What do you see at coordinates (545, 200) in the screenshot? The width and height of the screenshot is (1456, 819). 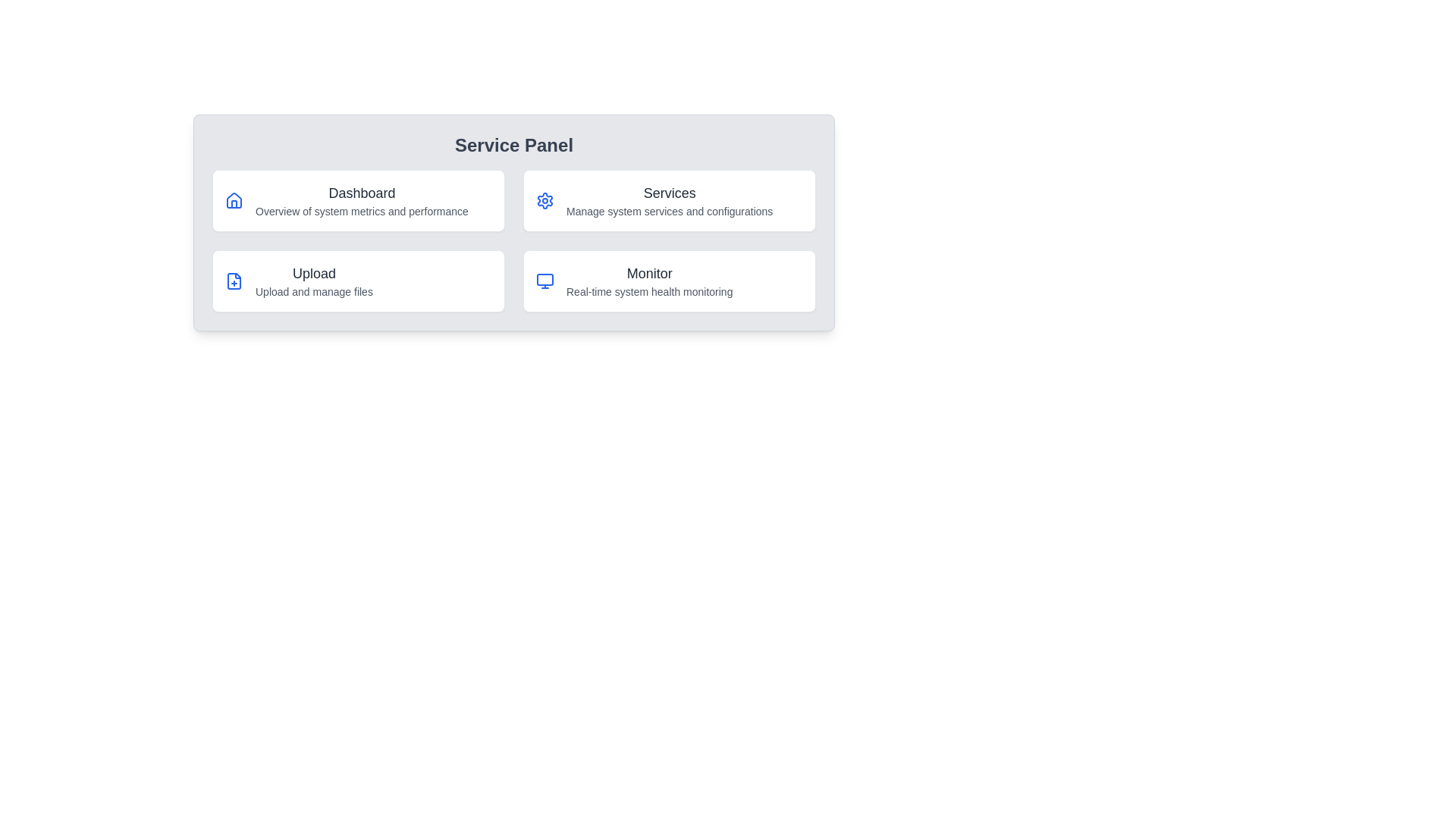 I see `the blue gear icon located in the top-left corner of the 'Services' card within the Service Panel interface` at bounding box center [545, 200].